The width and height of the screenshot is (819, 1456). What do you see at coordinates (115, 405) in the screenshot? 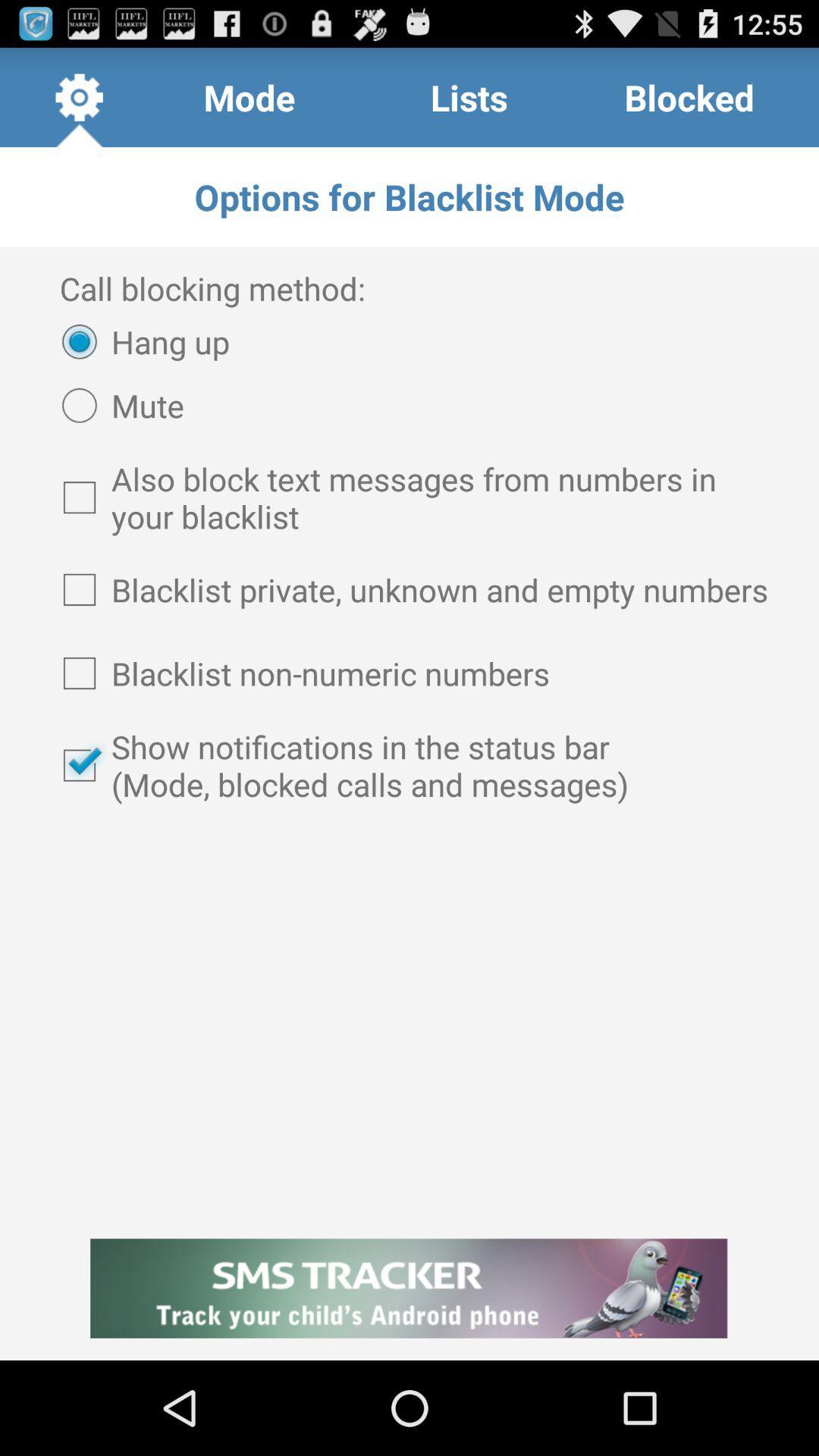
I see `checkbox above also block text icon` at bounding box center [115, 405].